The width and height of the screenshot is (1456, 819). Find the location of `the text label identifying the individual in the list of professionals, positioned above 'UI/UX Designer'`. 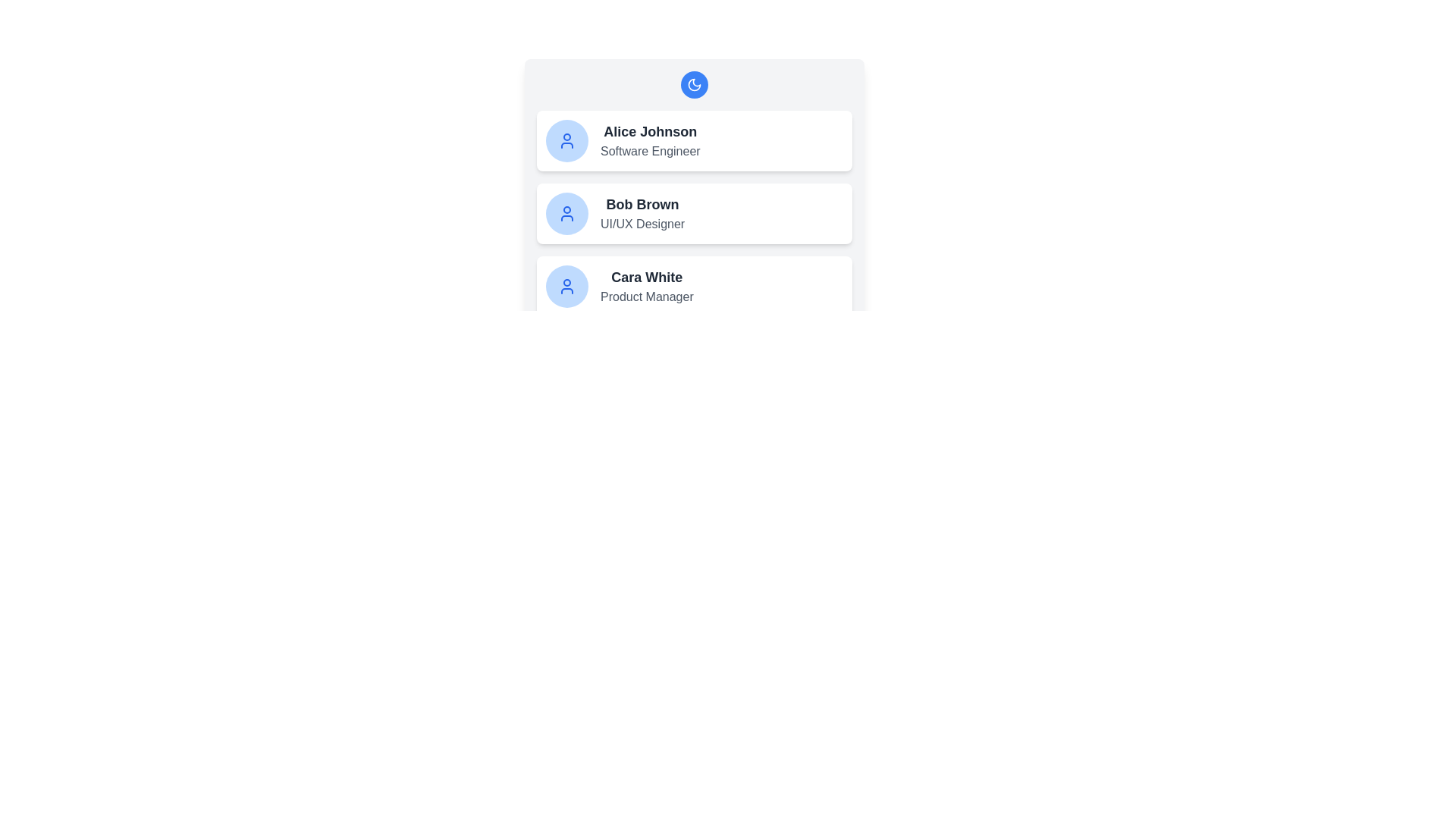

the text label identifying the individual in the list of professionals, positioned above 'UI/UX Designer' is located at coordinates (642, 205).